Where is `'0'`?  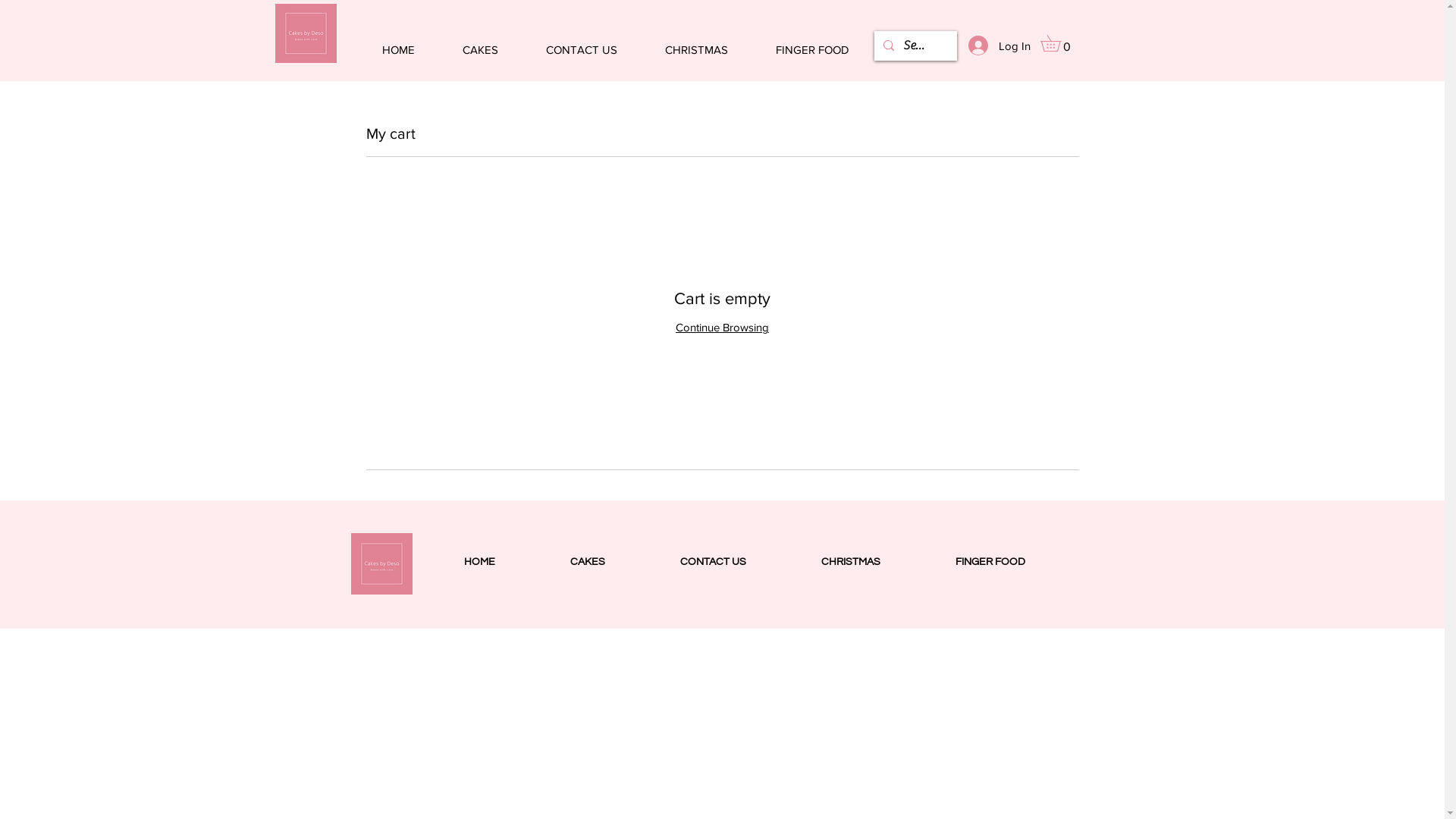 '0' is located at coordinates (1040, 42).